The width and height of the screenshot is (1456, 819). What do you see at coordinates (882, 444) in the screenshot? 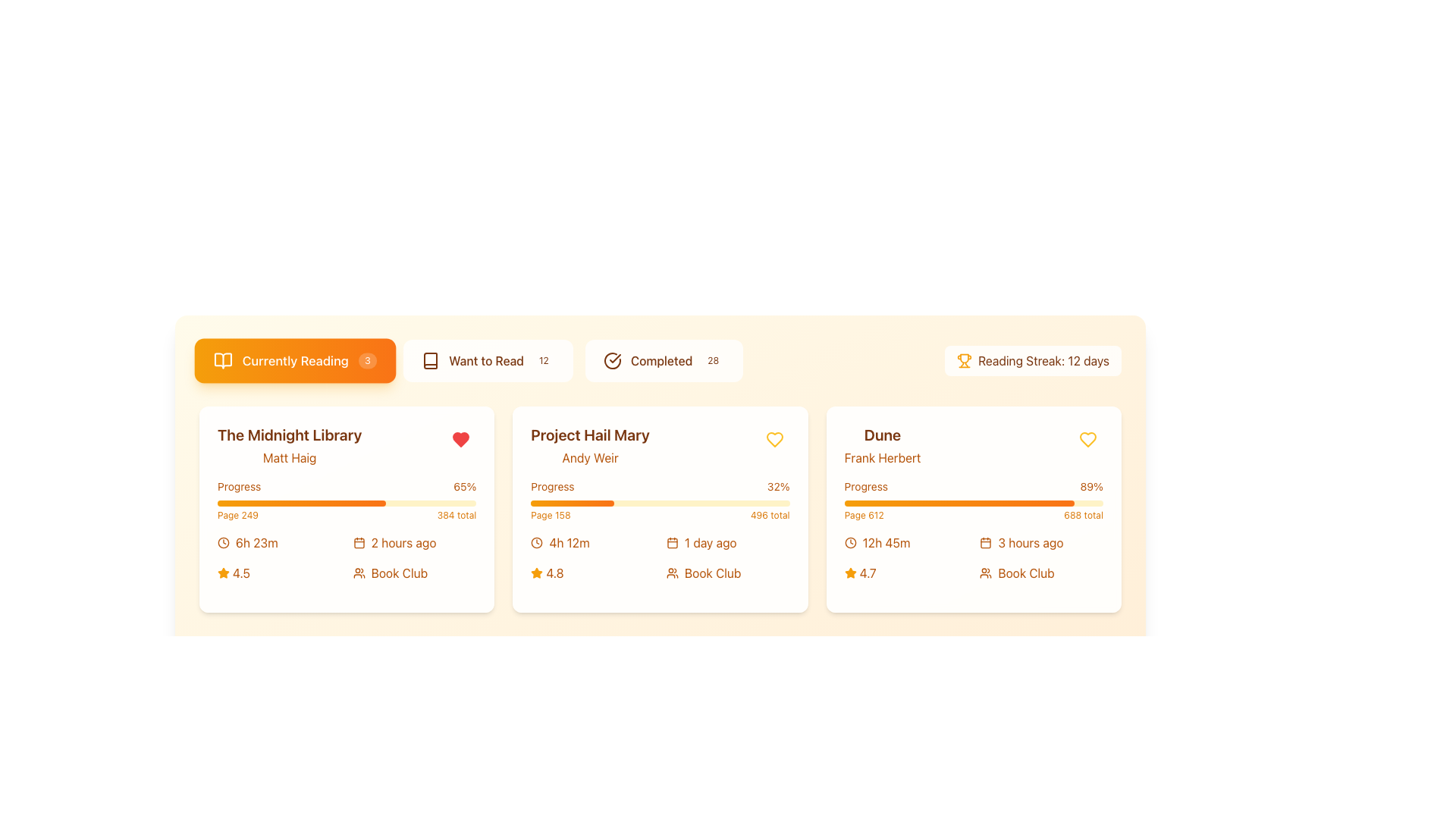
I see `the Text Display element that shows the title and author name of the book in the 'Currently Reading' section, located in the third card from the left, positioned near the top above the progress bar` at bounding box center [882, 444].